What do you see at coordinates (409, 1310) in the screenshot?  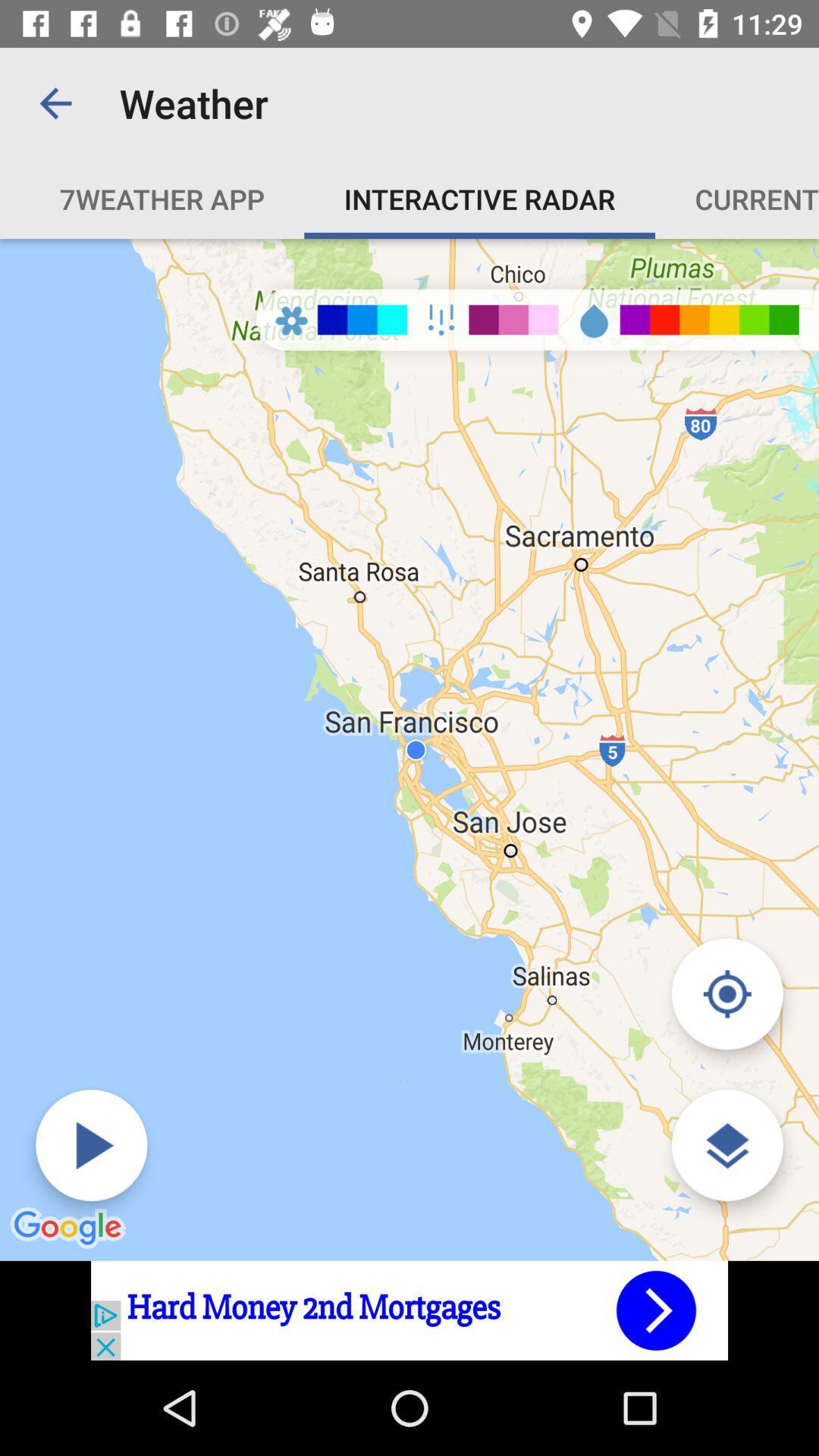 I see `advertisement` at bounding box center [409, 1310].